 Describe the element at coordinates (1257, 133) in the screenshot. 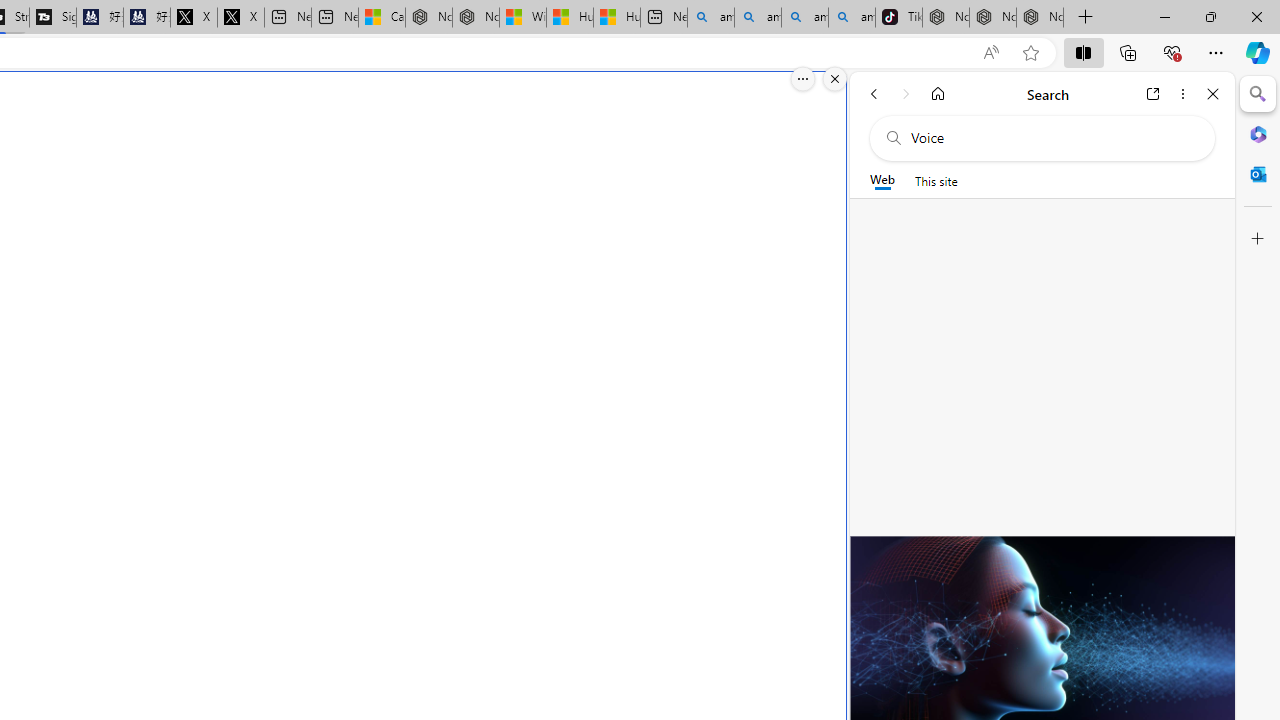

I see `'Microsoft 365'` at that location.